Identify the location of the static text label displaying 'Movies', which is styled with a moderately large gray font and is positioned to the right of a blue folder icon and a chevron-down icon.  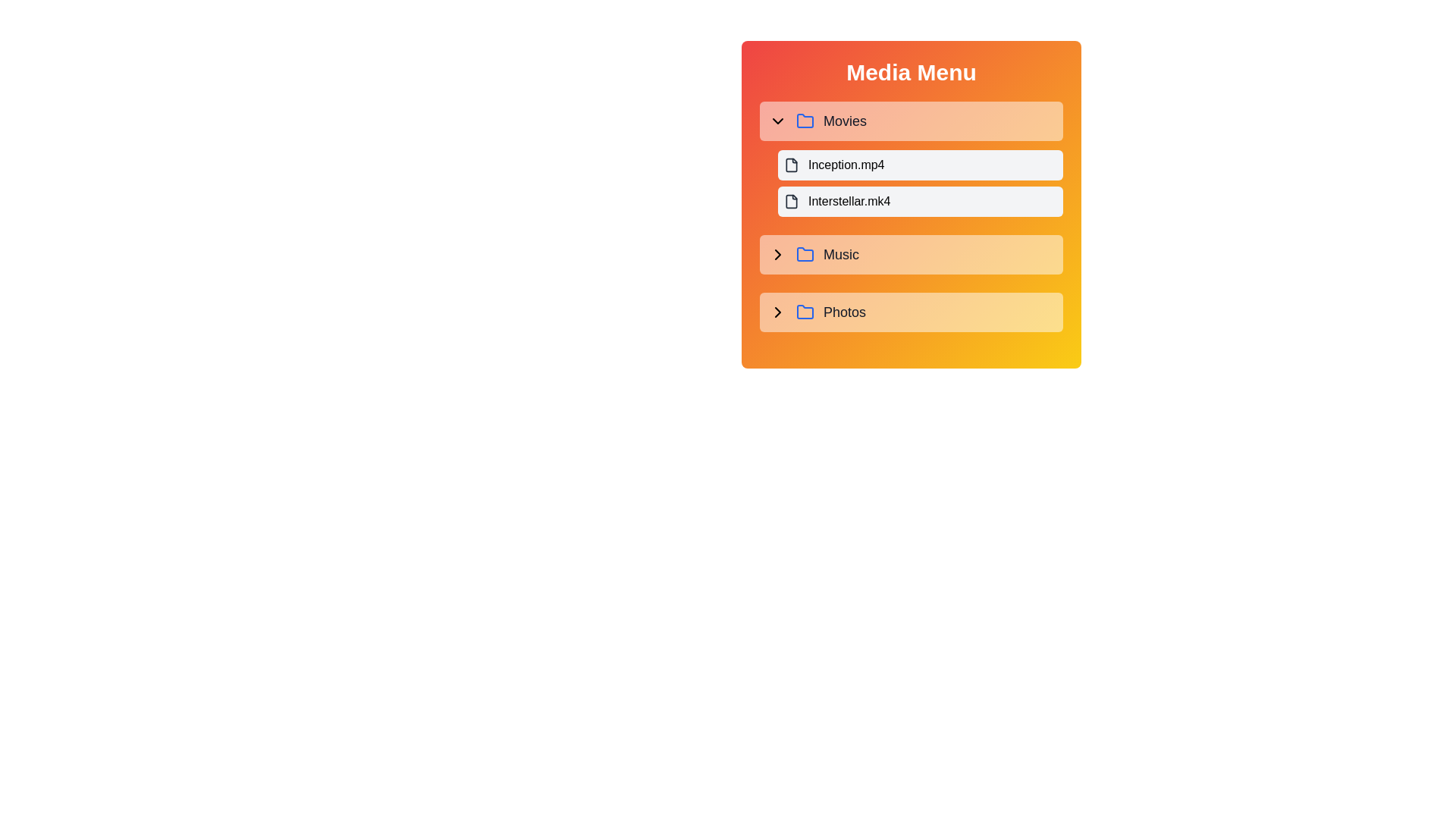
(844, 120).